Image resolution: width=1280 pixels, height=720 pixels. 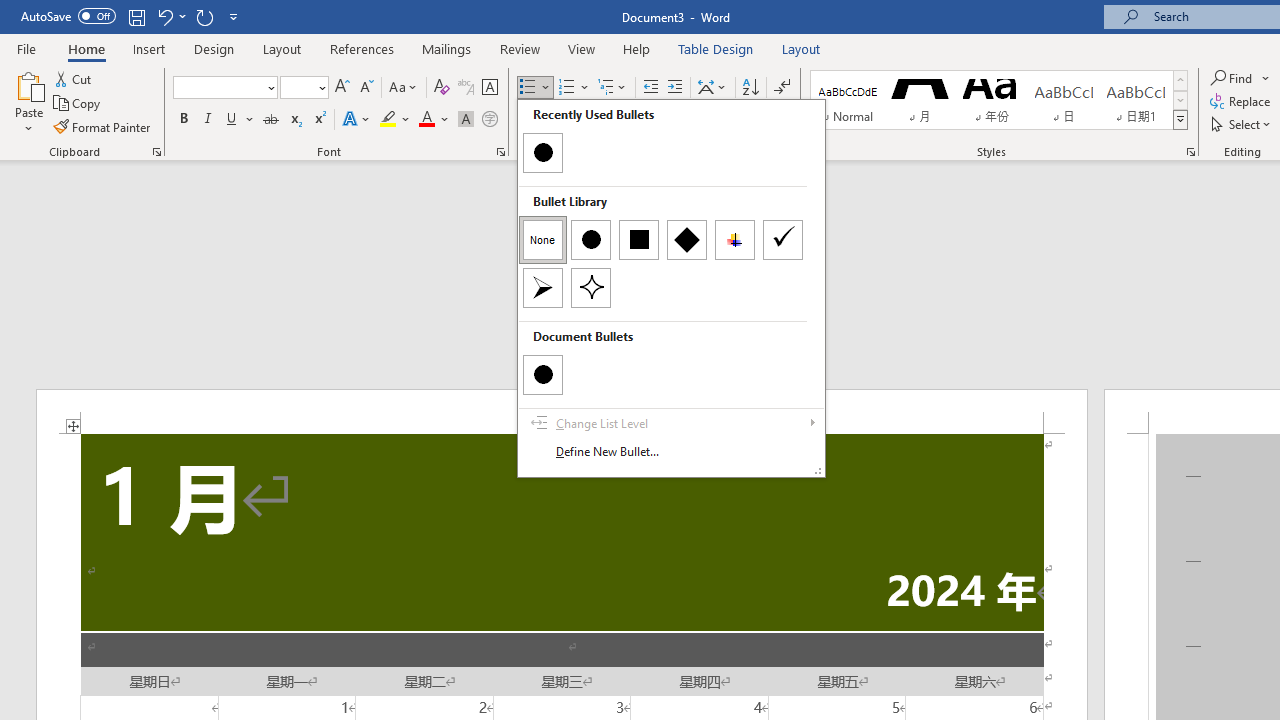 I want to click on 'Strikethrough', so click(x=269, y=119).